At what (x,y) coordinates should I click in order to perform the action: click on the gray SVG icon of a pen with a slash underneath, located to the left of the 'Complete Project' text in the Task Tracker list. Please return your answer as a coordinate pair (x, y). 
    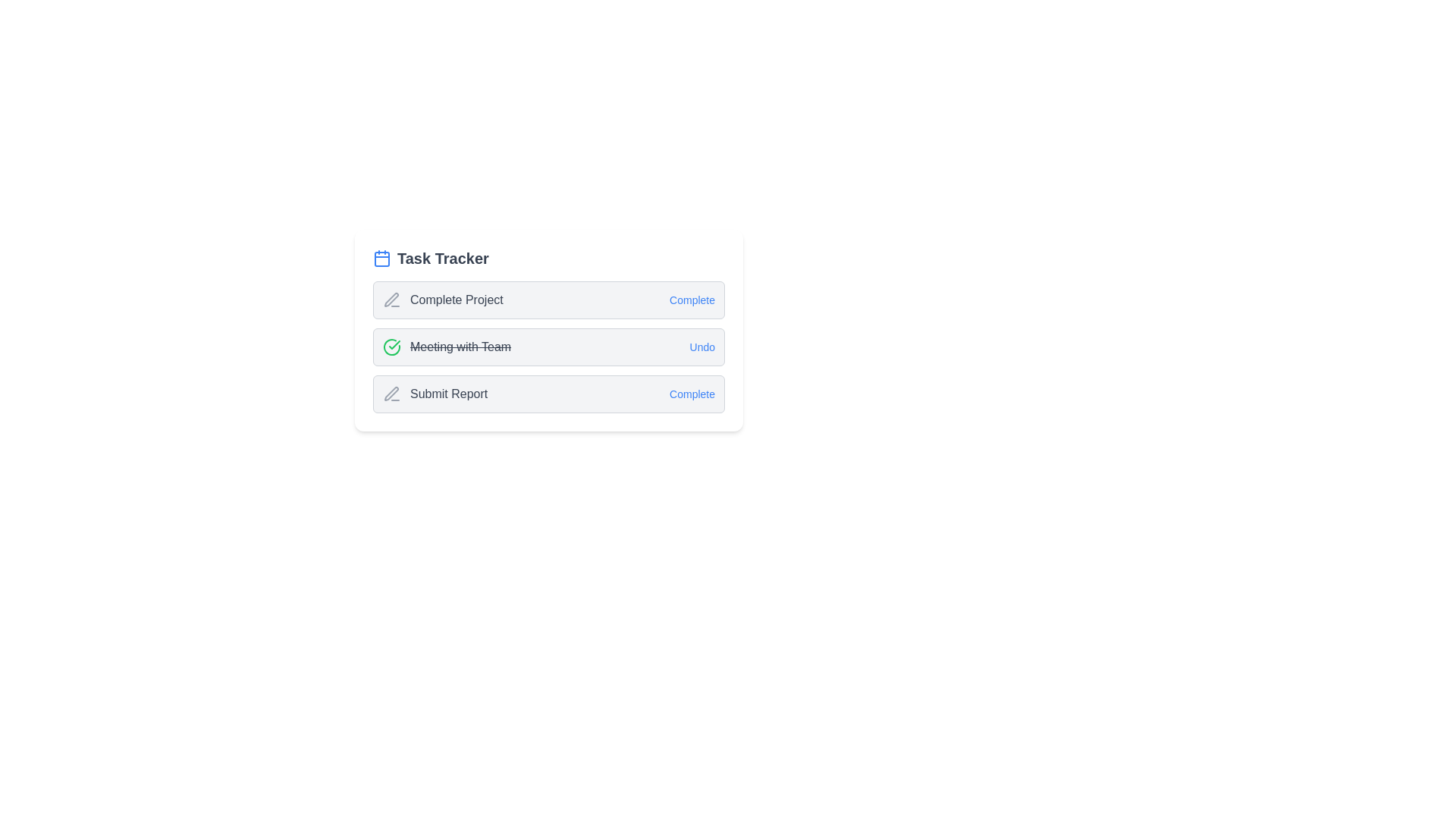
    Looking at the image, I should click on (392, 300).